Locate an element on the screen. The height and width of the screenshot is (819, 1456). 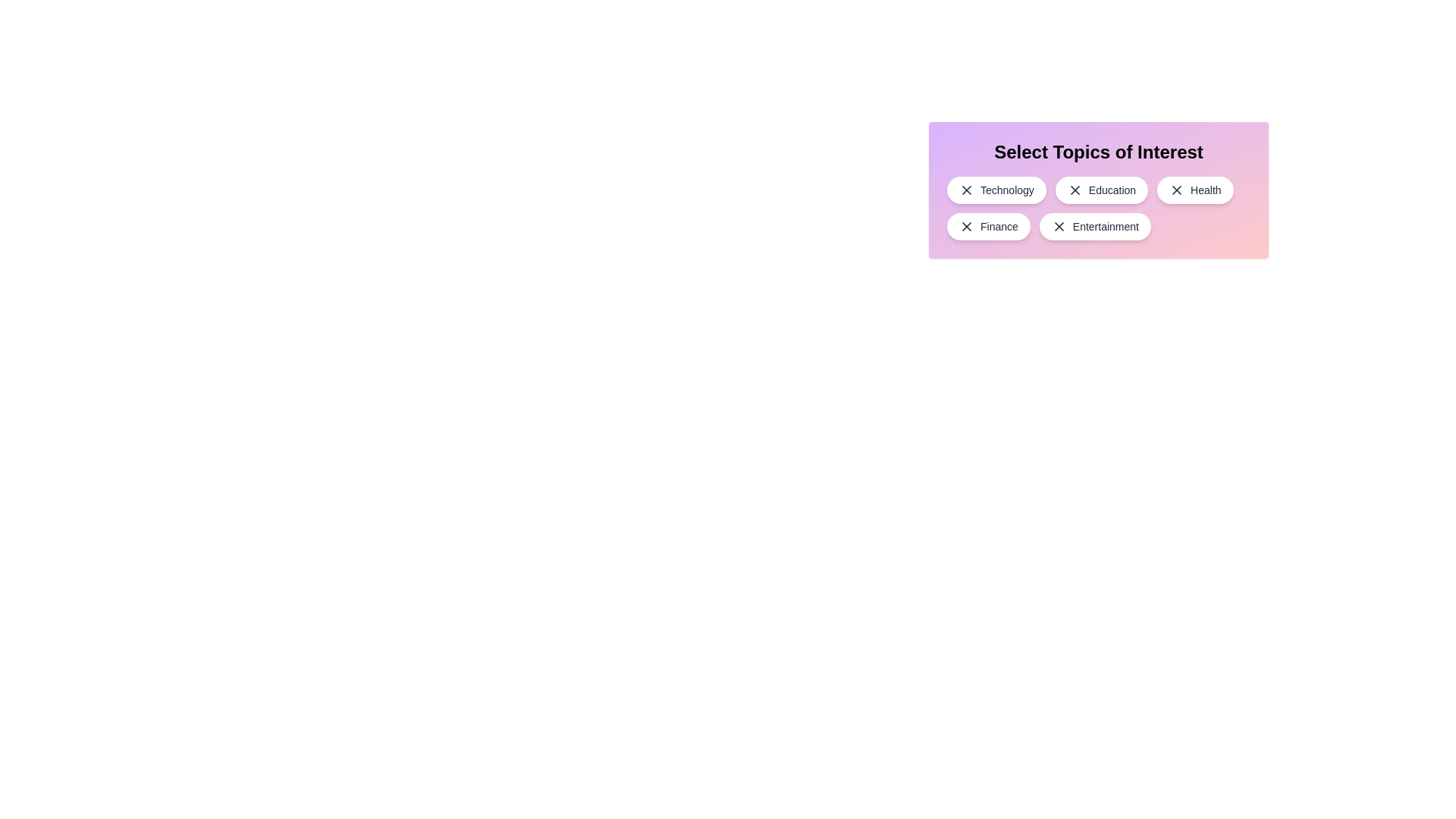
the topic Technology by clicking on it is located at coordinates (996, 189).